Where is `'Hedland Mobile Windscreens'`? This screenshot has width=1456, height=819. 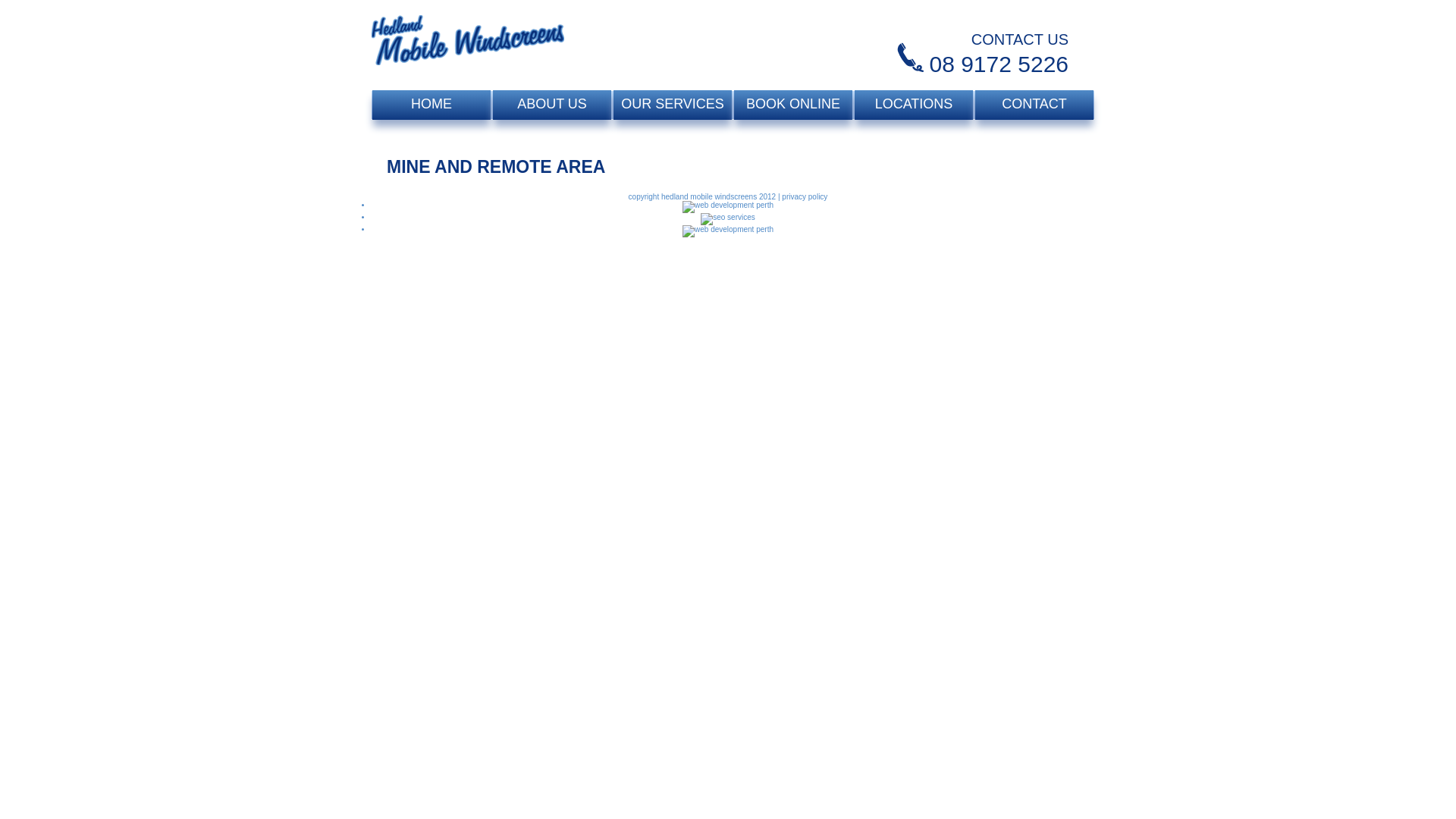 'Hedland Mobile Windscreens' is located at coordinates (467, 45).